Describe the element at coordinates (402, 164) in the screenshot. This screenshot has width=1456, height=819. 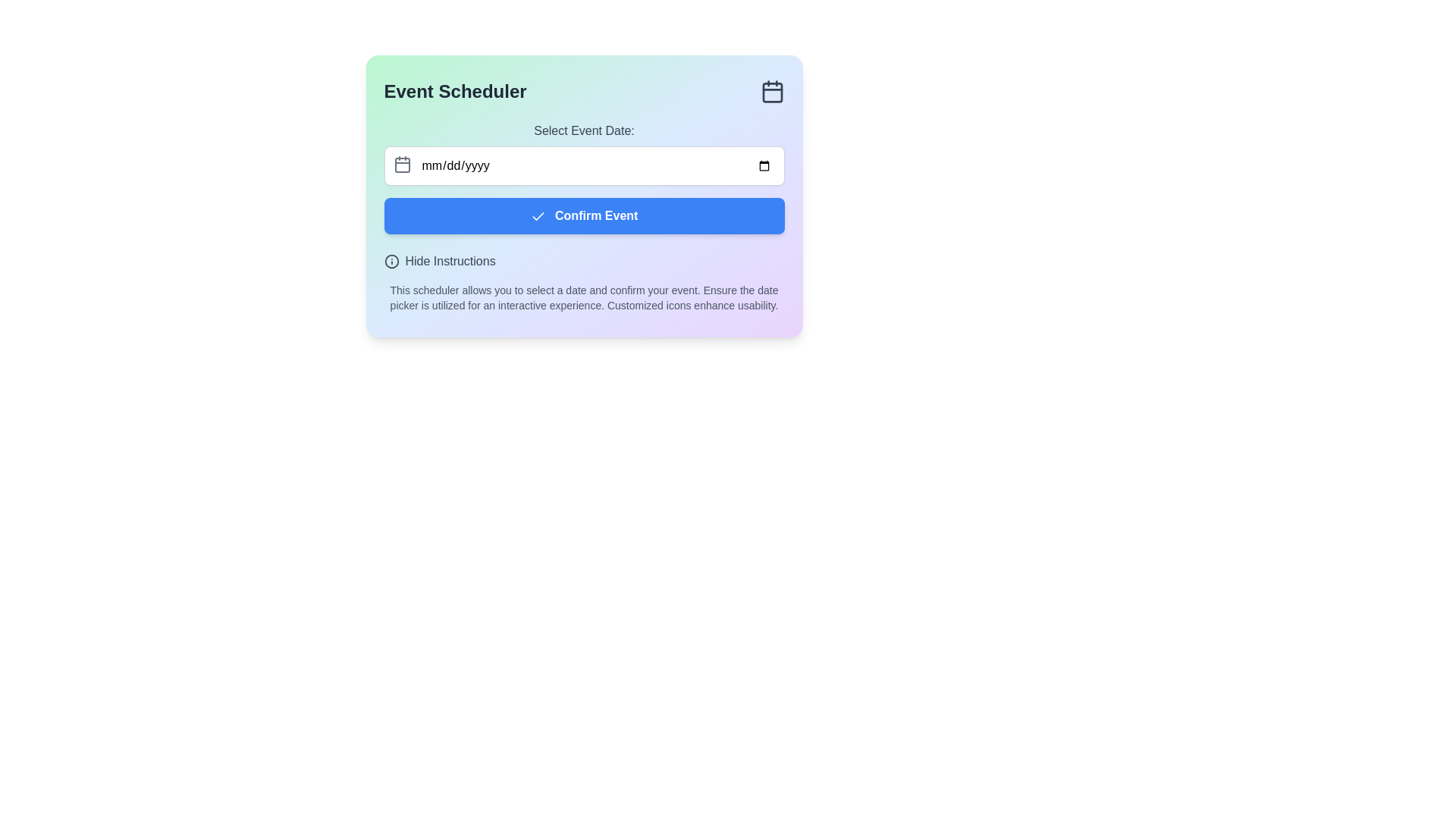
I see `the calendar icon located at the left end of the date input field labeled 'Select Event Date:' in the Event Scheduler interface` at that location.